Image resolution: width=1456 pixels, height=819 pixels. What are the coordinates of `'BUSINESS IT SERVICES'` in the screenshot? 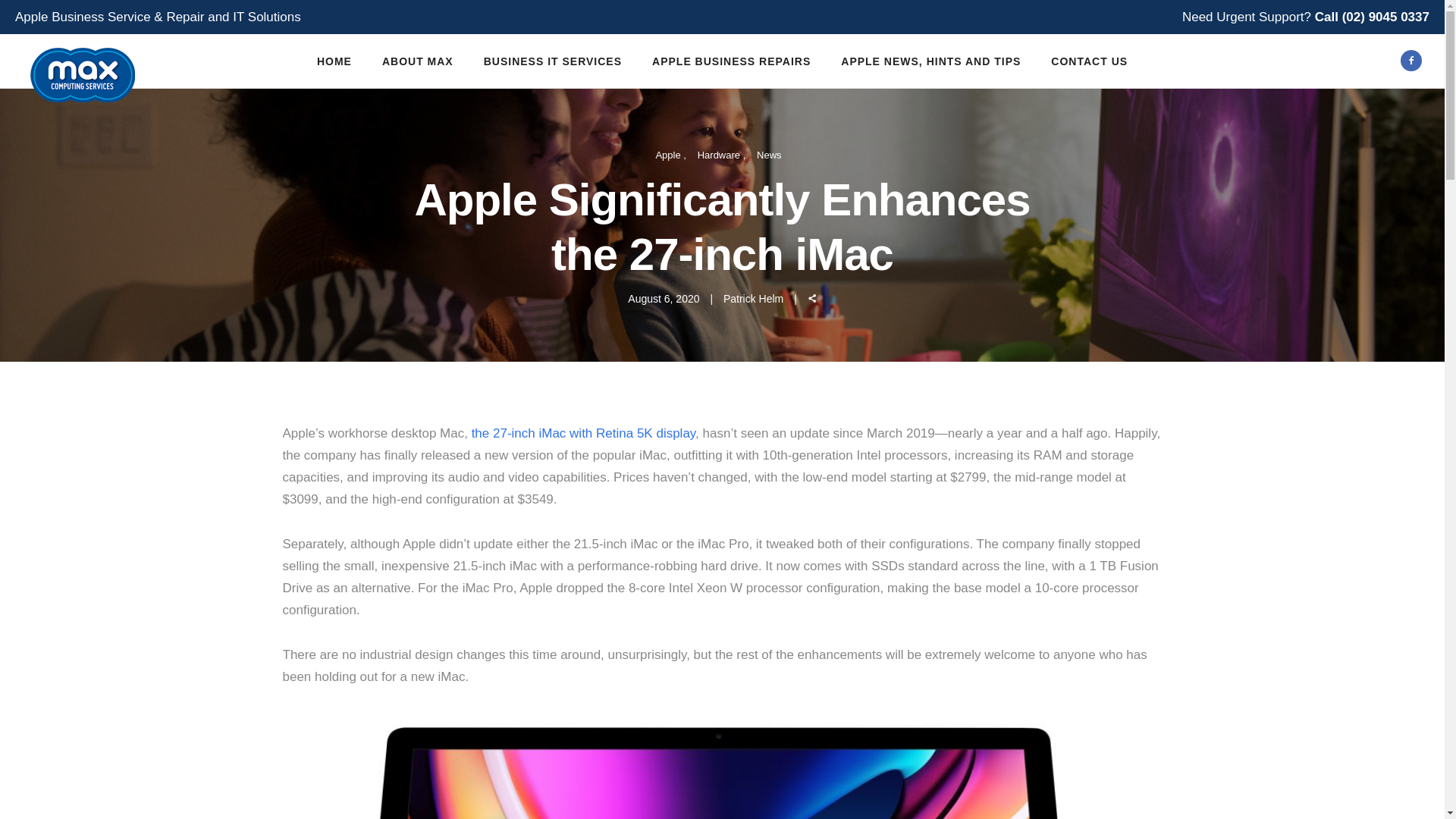 It's located at (552, 61).